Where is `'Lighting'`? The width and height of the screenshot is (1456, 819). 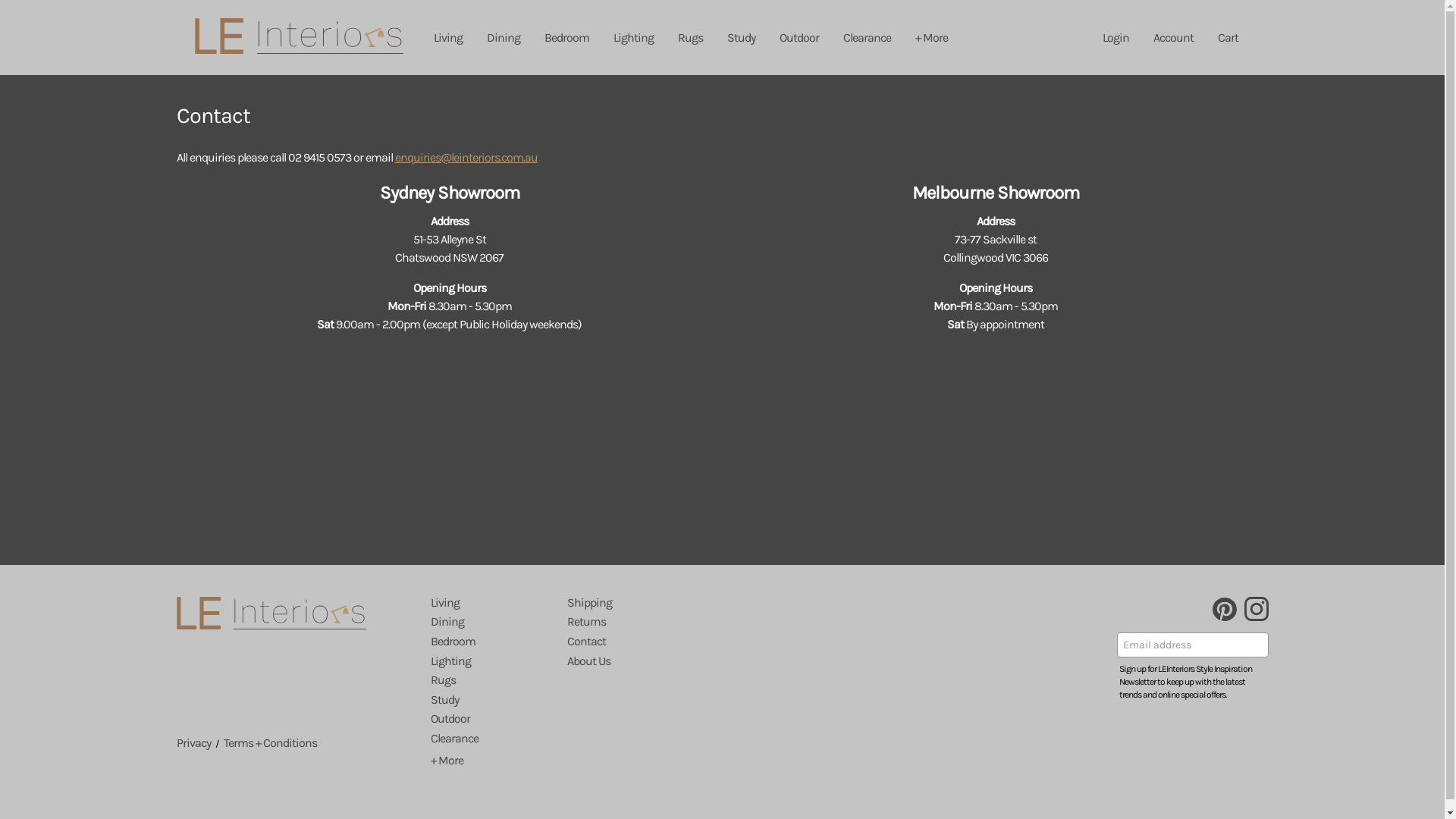
'Lighting' is located at coordinates (632, 36).